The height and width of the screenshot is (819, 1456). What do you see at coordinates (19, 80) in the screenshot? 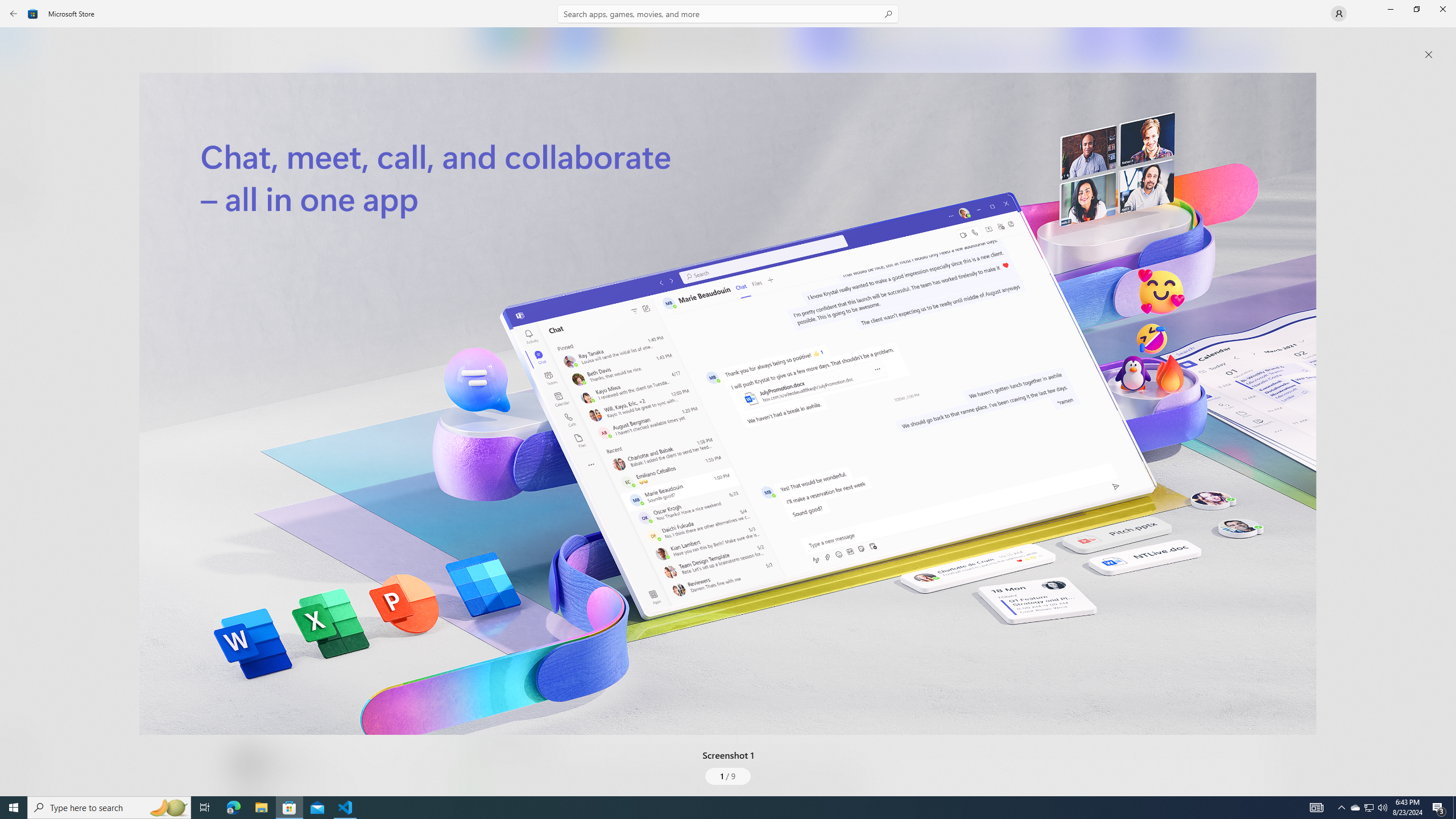
I see `'Apps'` at bounding box center [19, 80].